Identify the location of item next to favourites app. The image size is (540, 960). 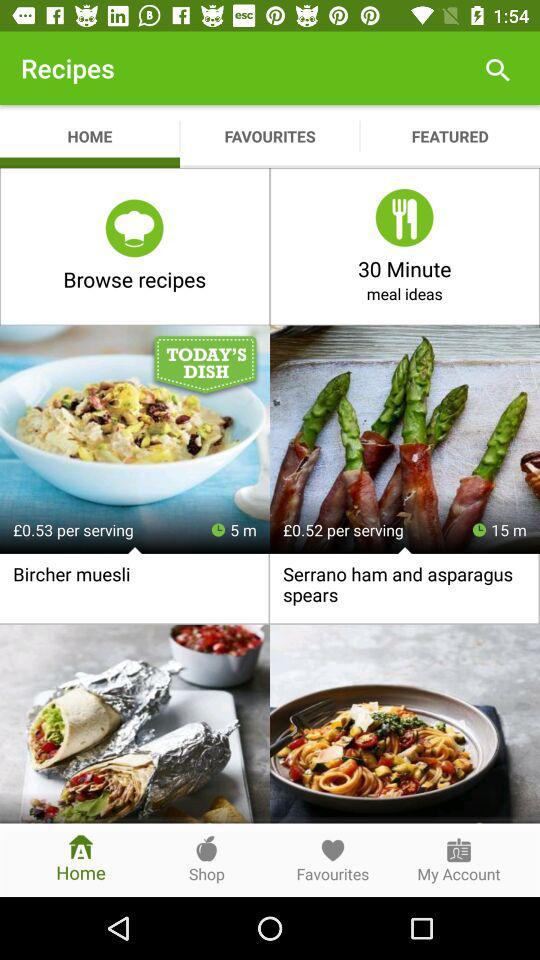
(496, 68).